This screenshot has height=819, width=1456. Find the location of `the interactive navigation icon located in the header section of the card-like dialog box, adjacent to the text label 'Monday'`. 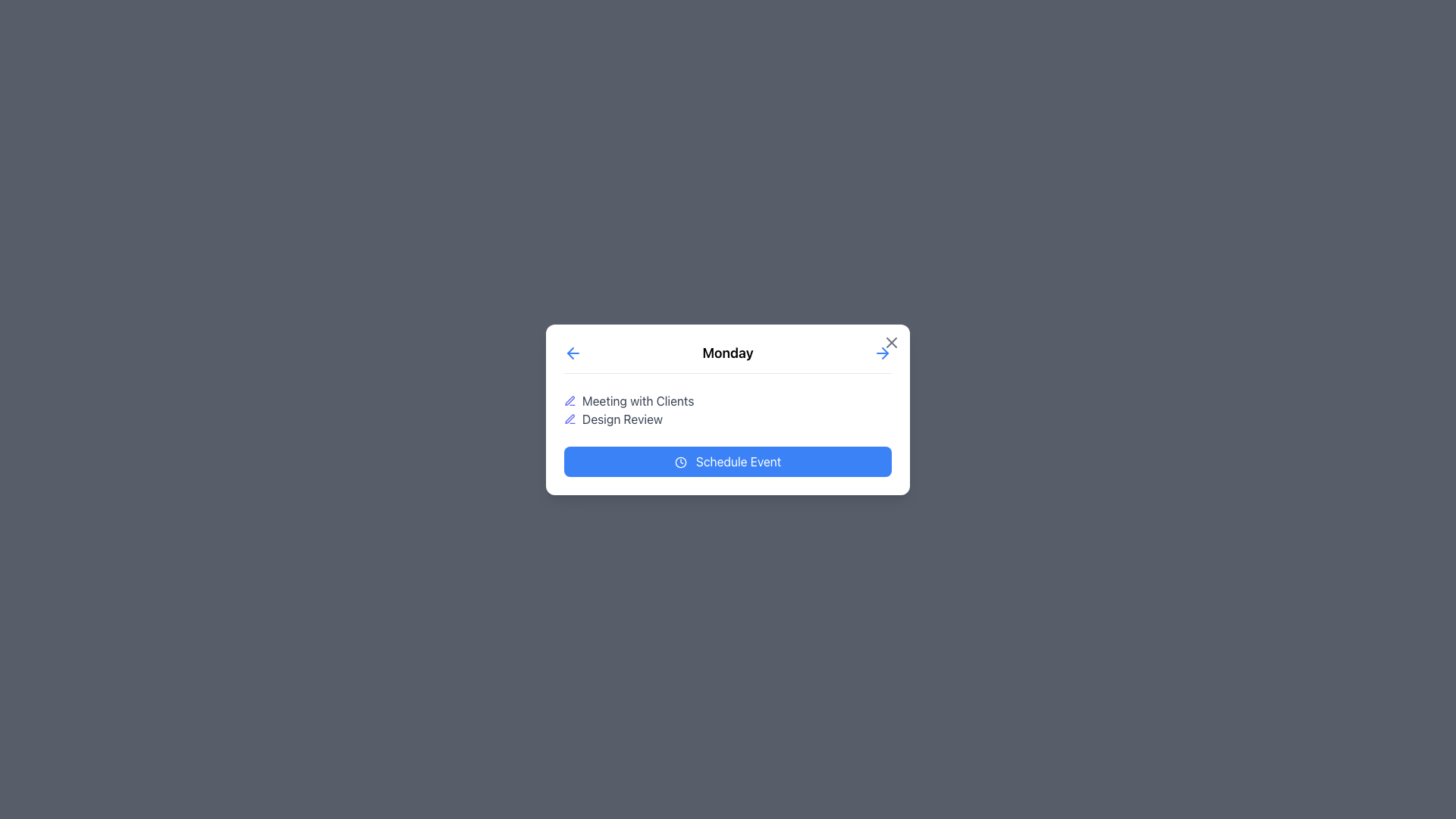

the interactive navigation icon located in the header section of the card-like dialog box, adjacent to the text label 'Monday' is located at coordinates (882, 353).